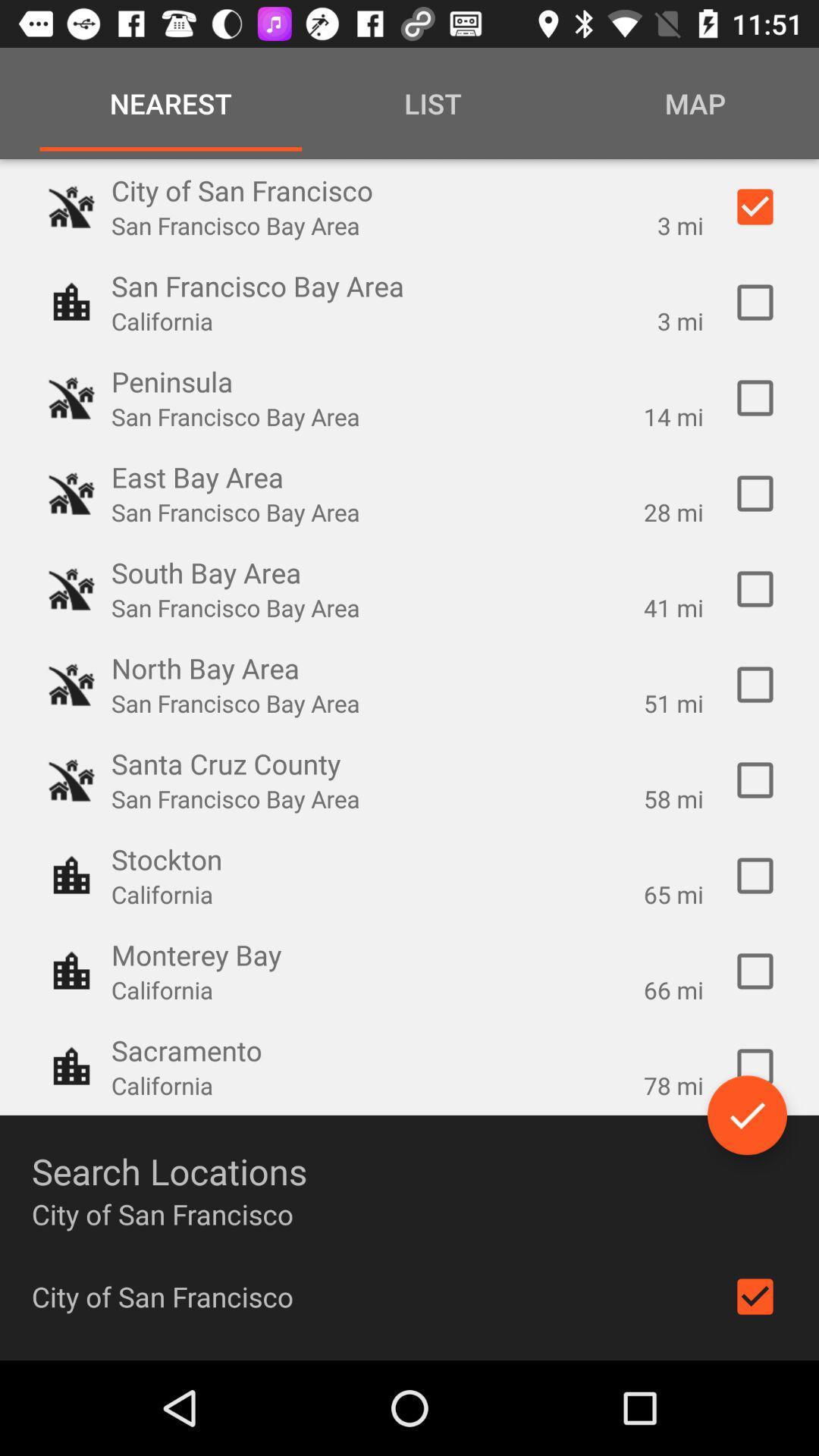 The height and width of the screenshot is (1456, 819). What do you see at coordinates (755, 876) in the screenshot?
I see `check stockton box` at bounding box center [755, 876].